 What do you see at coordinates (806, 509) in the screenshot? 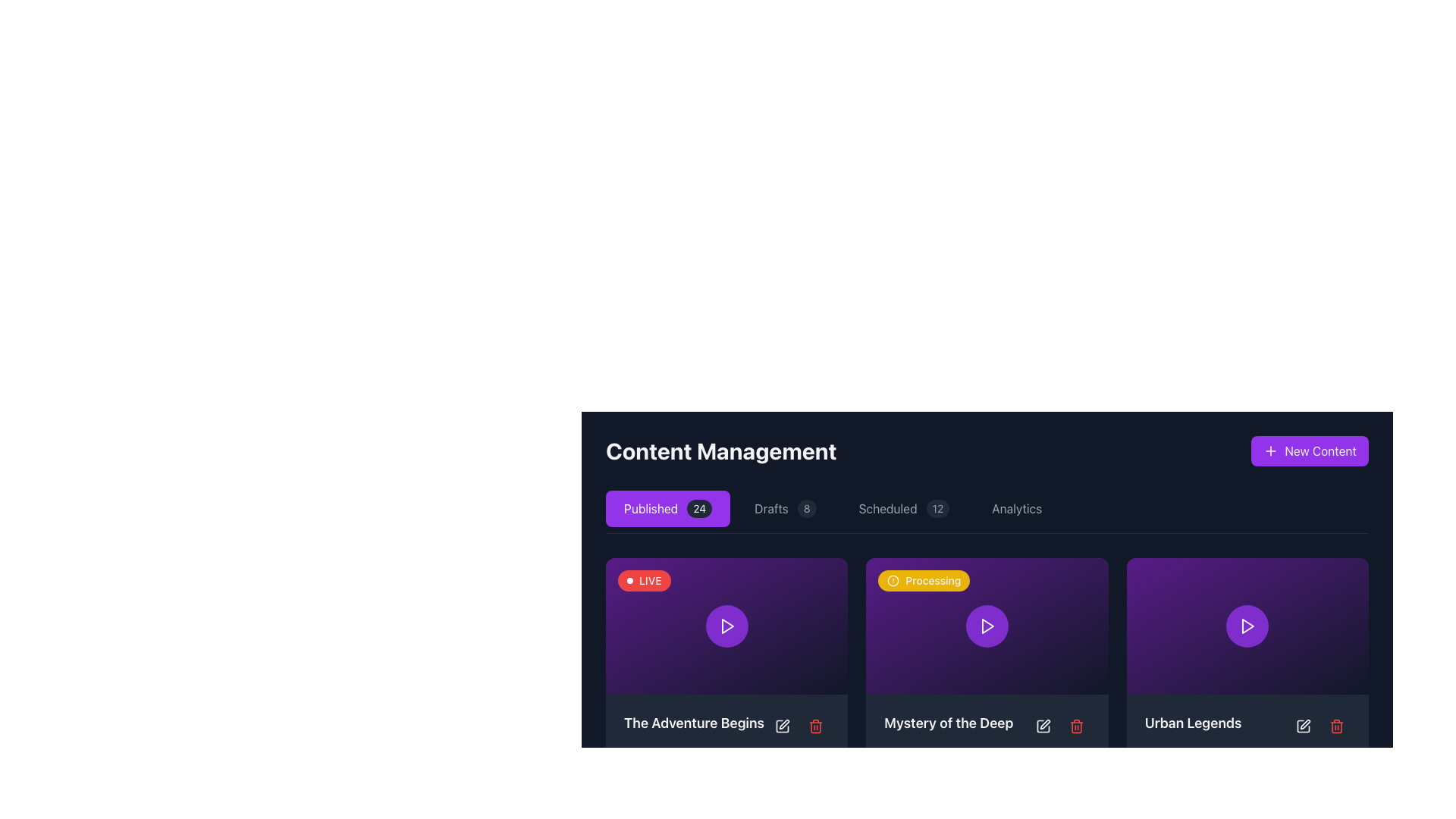
I see `the 'Drafts' badge, which displays the count of items (8) associated with the 'Drafts' category, located to the right of the 'Drafts' text in the 'Content Management' section` at bounding box center [806, 509].